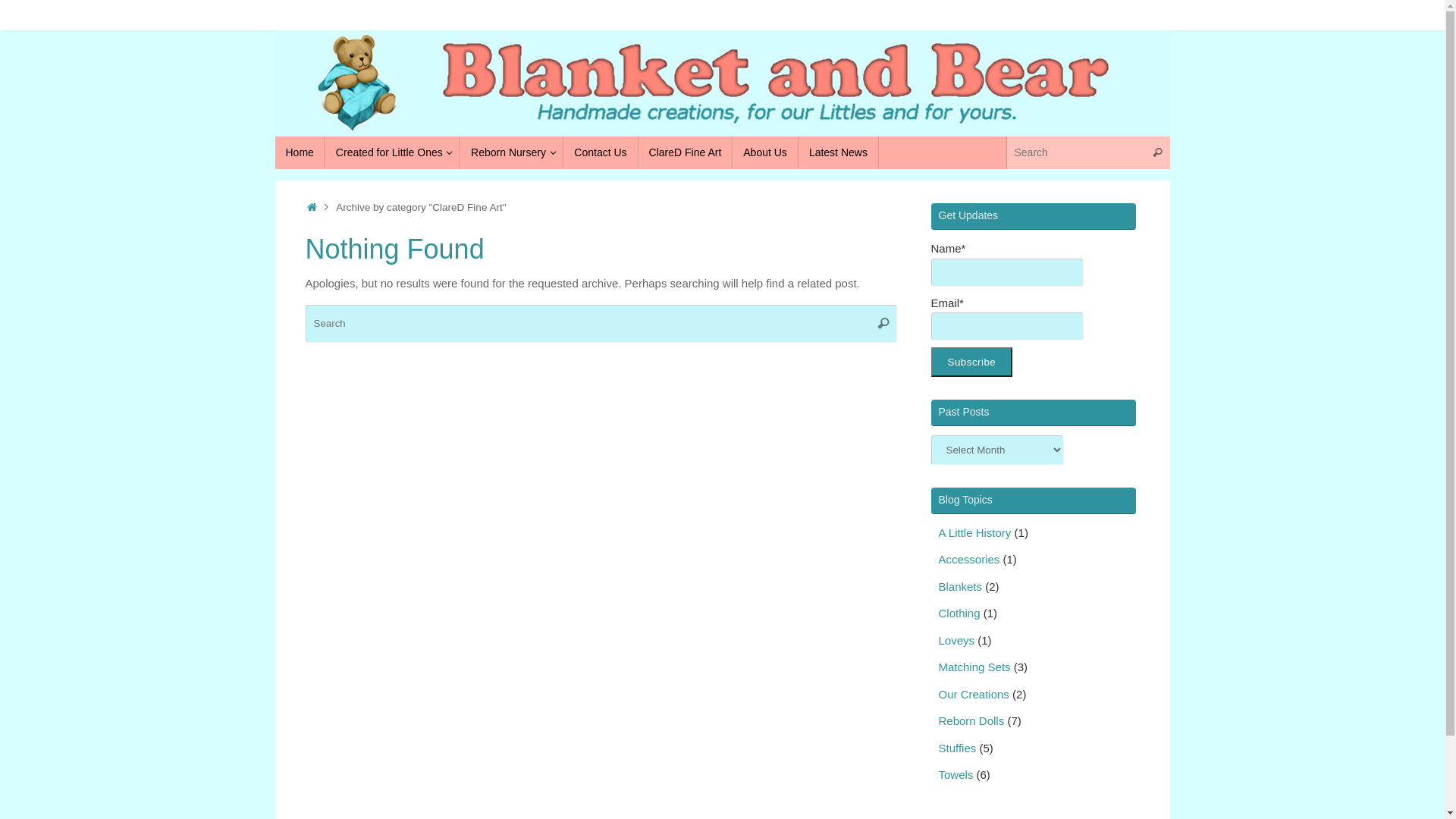 The height and width of the screenshot is (819, 1456). I want to click on 'Our Creations', so click(974, 694).